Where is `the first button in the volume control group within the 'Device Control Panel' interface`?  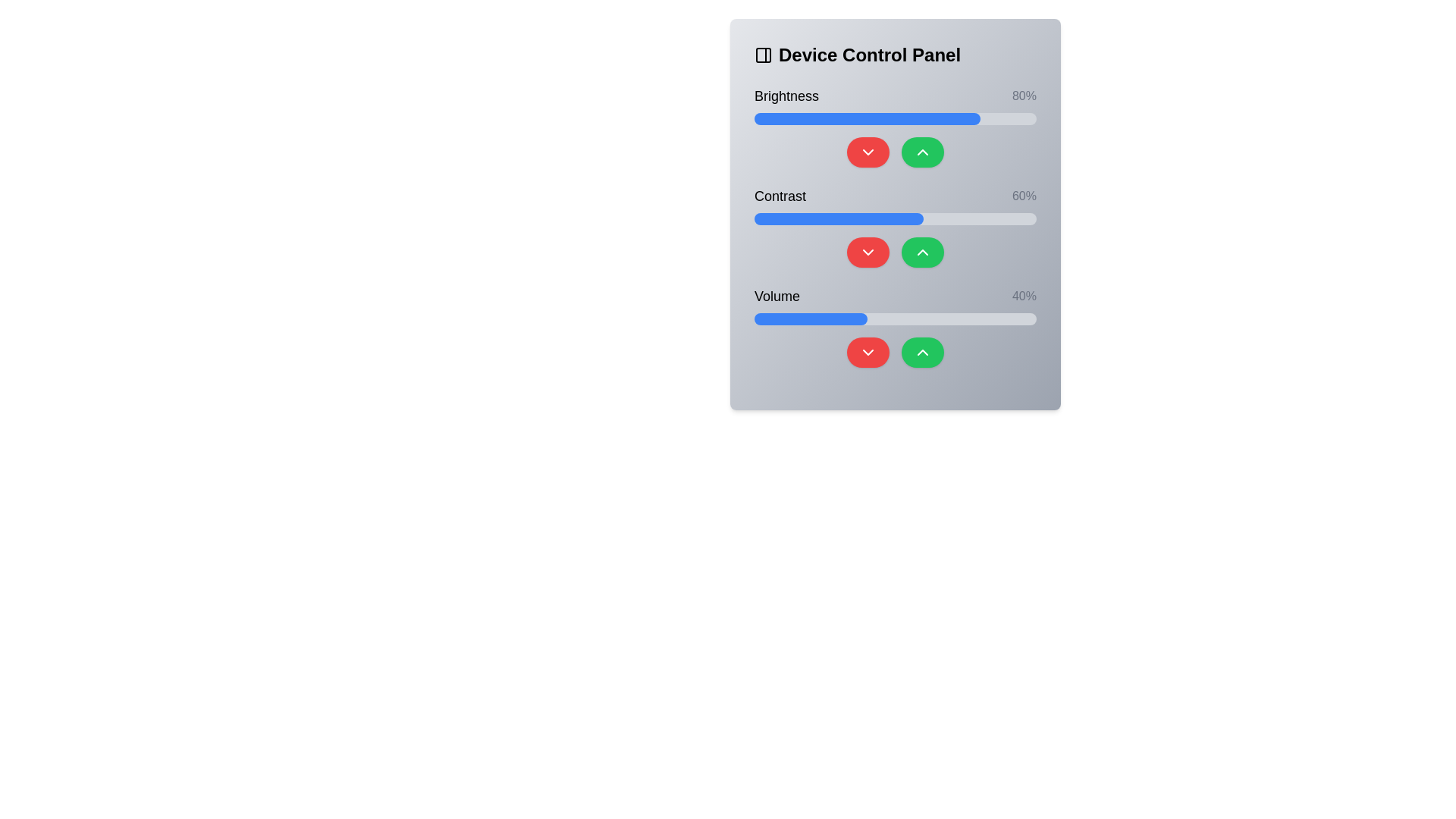
the first button in the volume control group within the 'Device Control Panel' interface is located at coordinates (868, 353).